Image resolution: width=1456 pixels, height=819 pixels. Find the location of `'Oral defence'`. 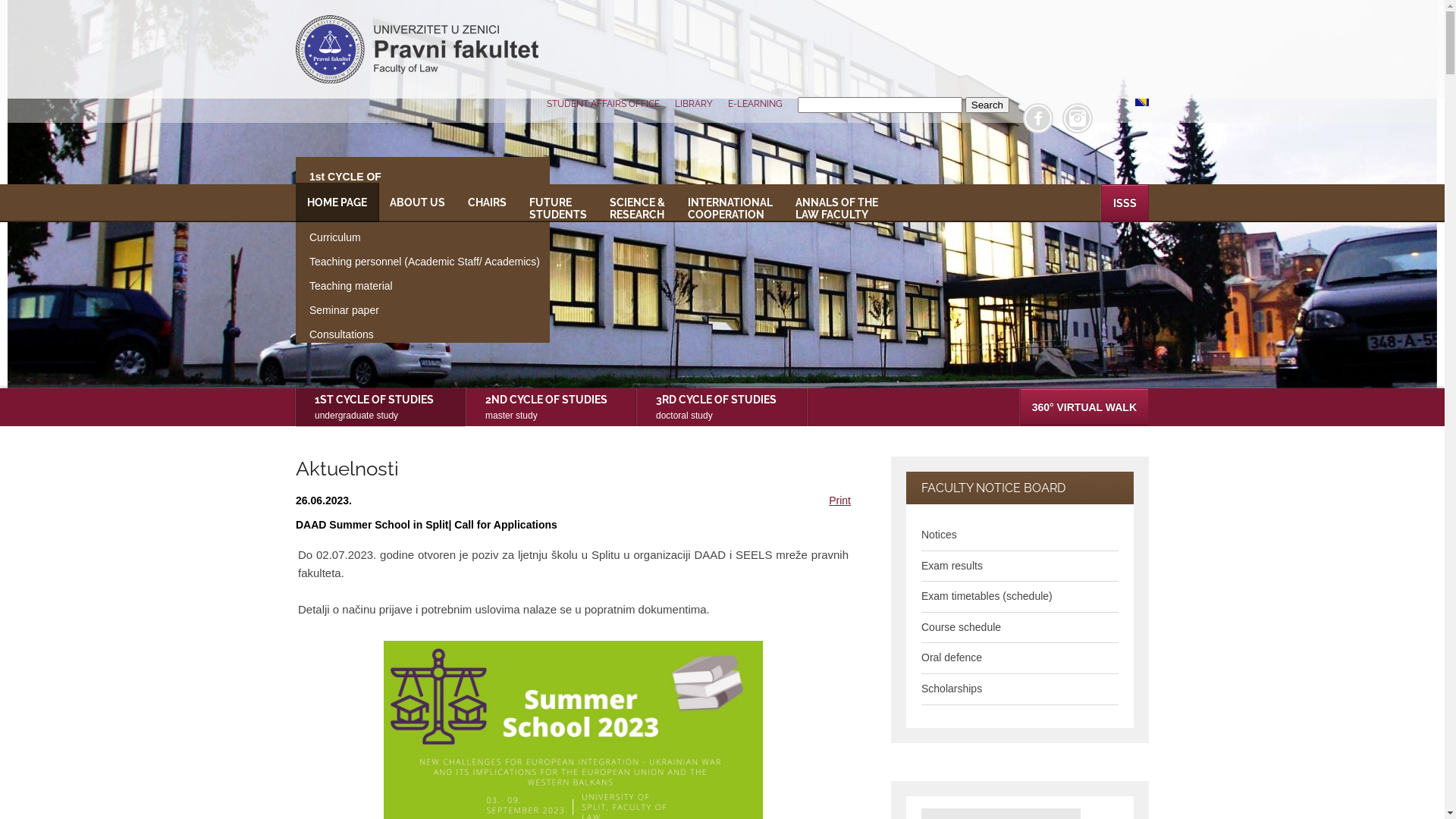

'Oral defence' is located at coordinates (950, 657).